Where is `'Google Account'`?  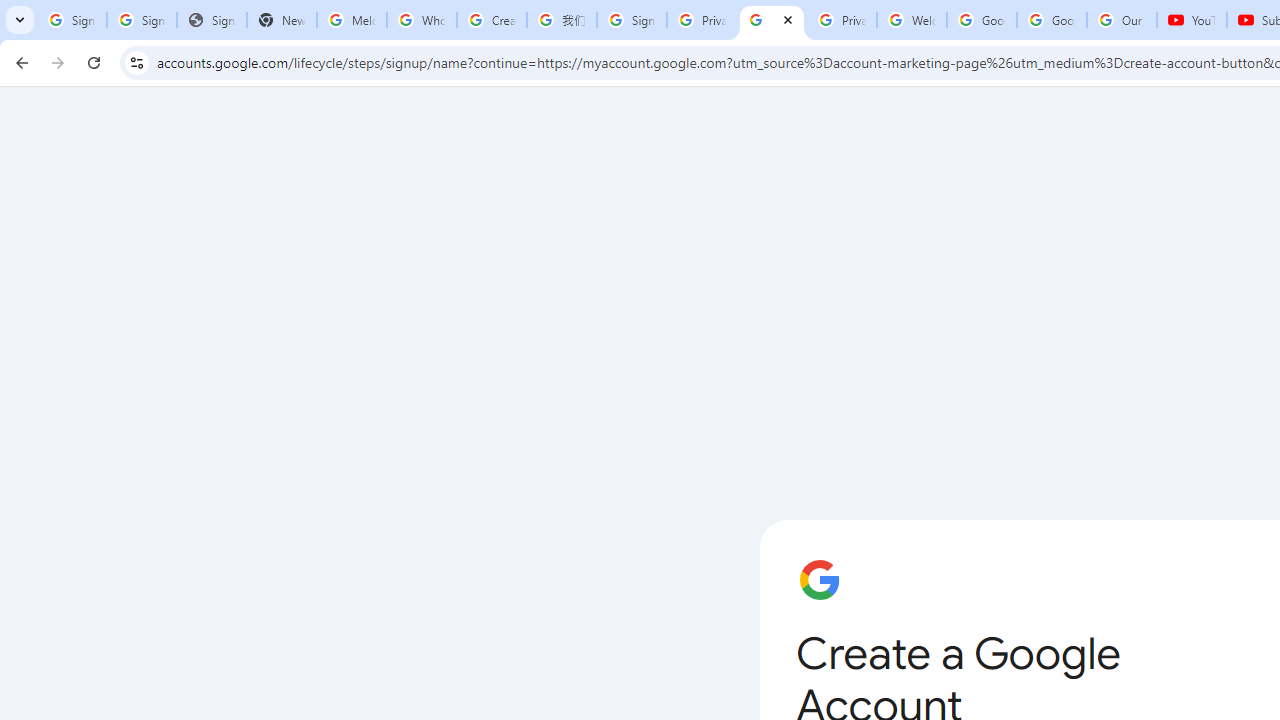 'Google Account' is located at coordinates (1051, 20).